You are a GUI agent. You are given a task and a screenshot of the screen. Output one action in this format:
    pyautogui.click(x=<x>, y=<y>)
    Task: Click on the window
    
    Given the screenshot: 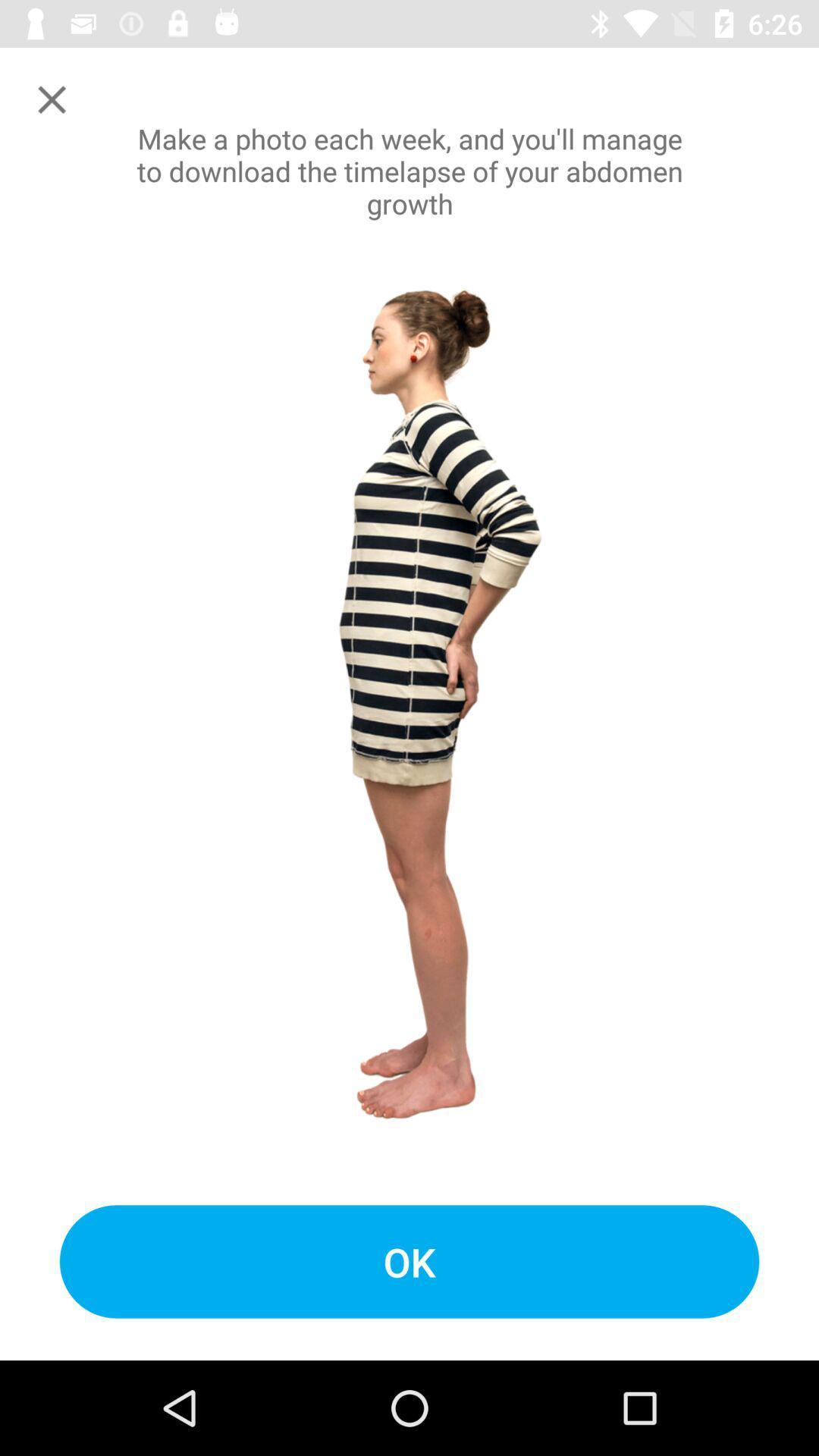 What is the action you would take?
    pyautogui.click(x=51, y=99)
    